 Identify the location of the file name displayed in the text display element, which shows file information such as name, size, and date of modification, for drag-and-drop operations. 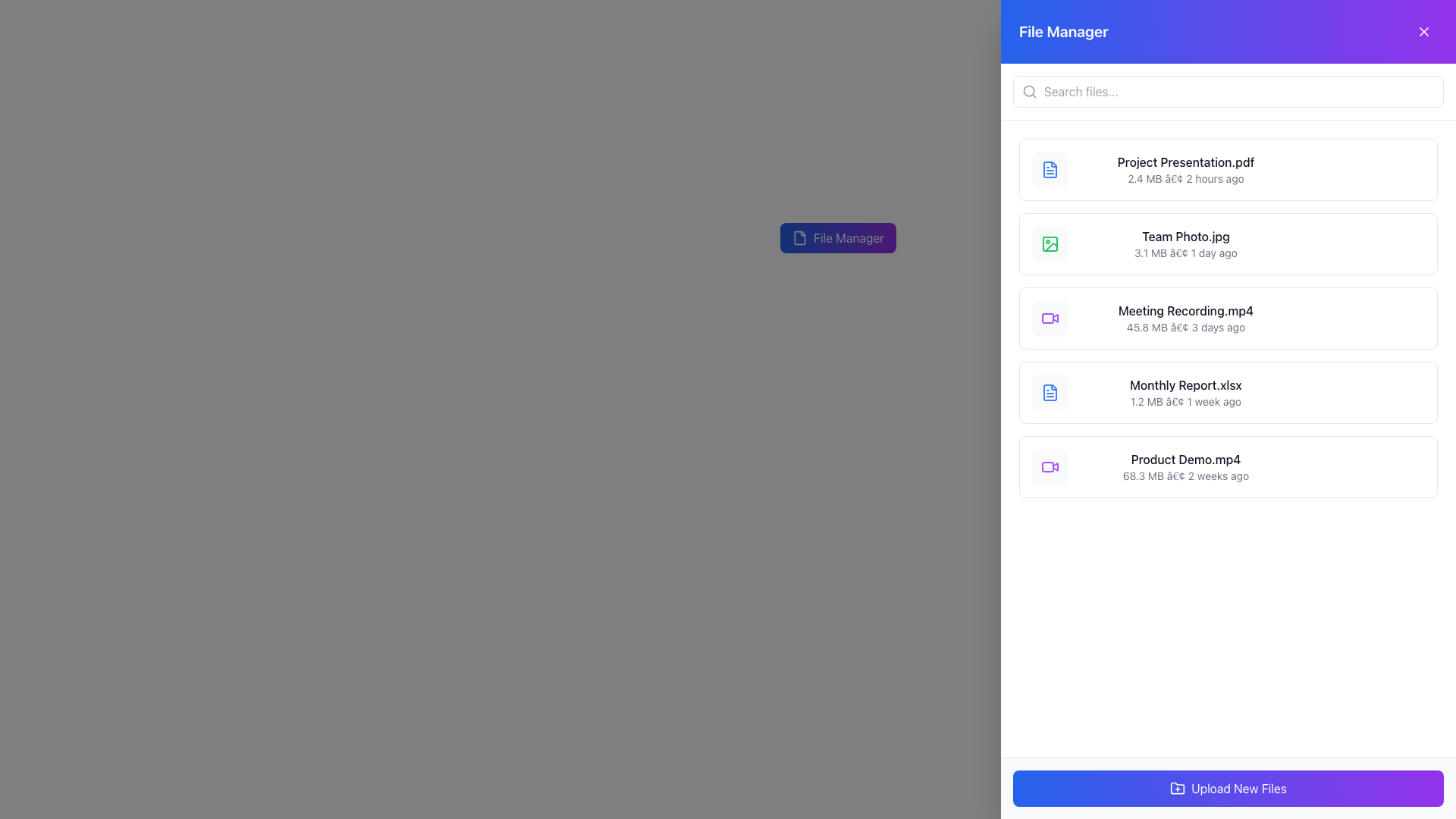
(1185, 466).